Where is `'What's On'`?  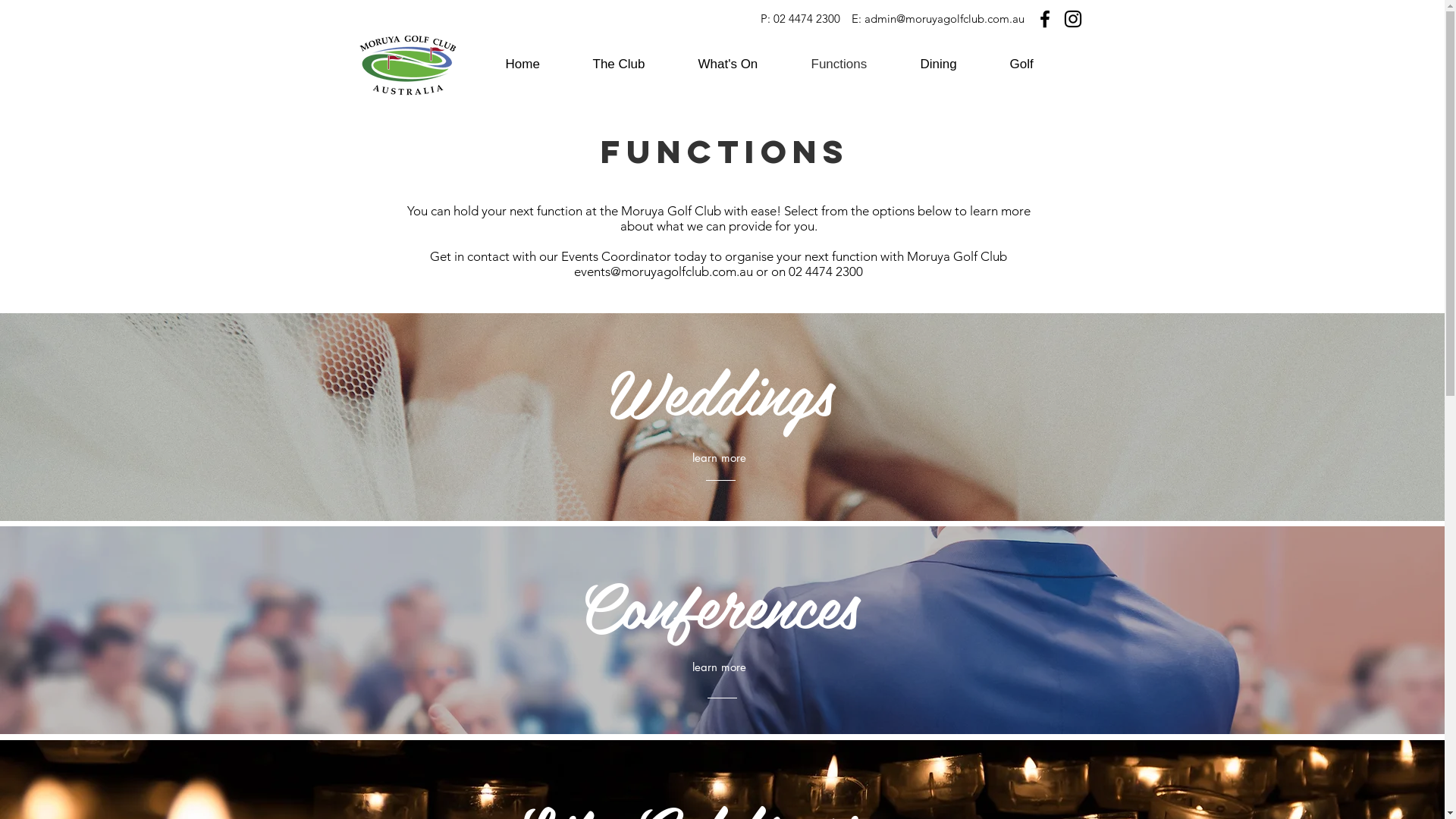
'What's On' is located at coordinates (743, 63).